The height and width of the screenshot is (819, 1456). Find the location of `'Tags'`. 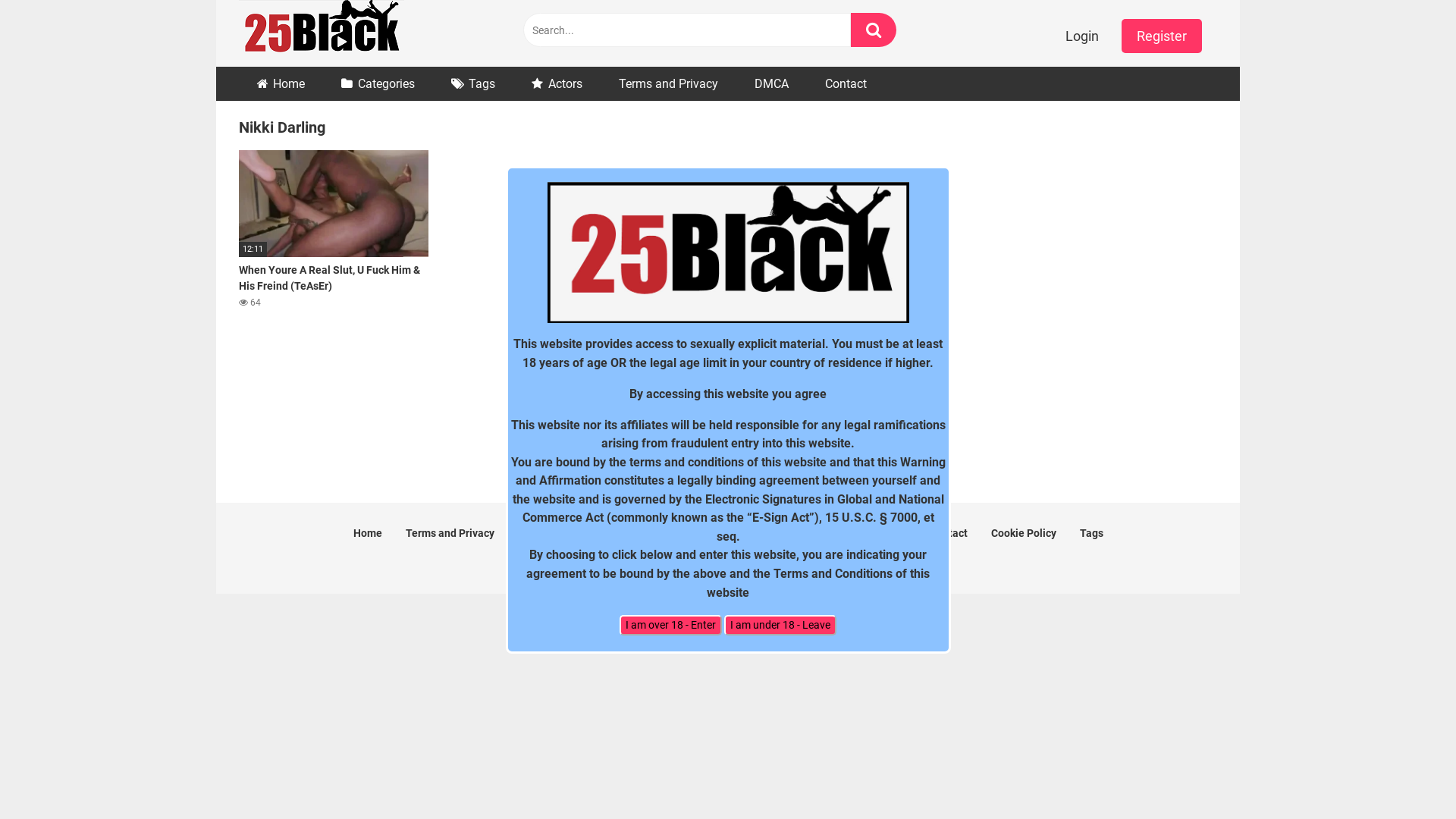

'Tags' is located at coordinates (1090, 532).